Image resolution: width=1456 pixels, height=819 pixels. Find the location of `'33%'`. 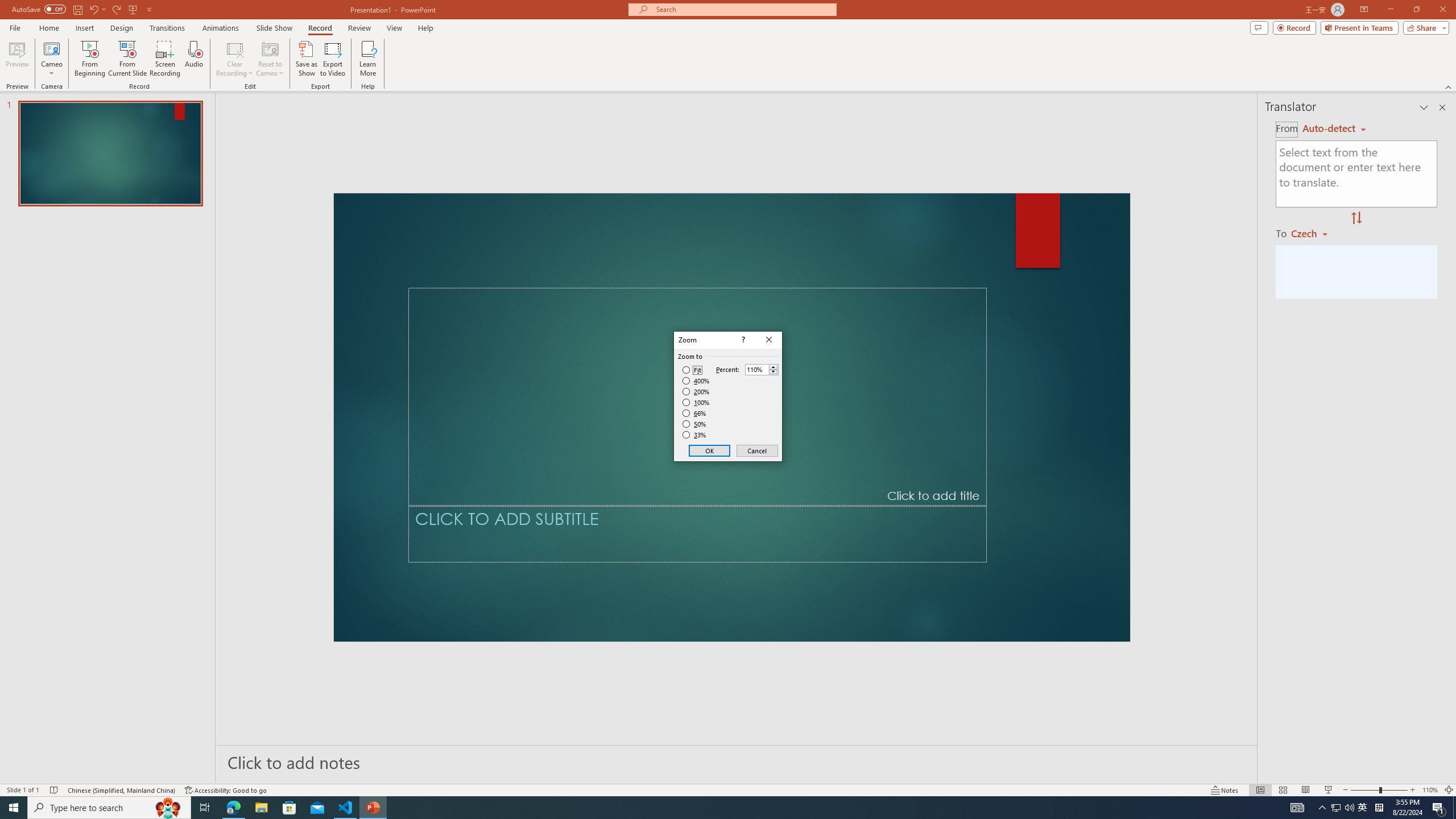

'33%' is located at coordinates (695, 435).